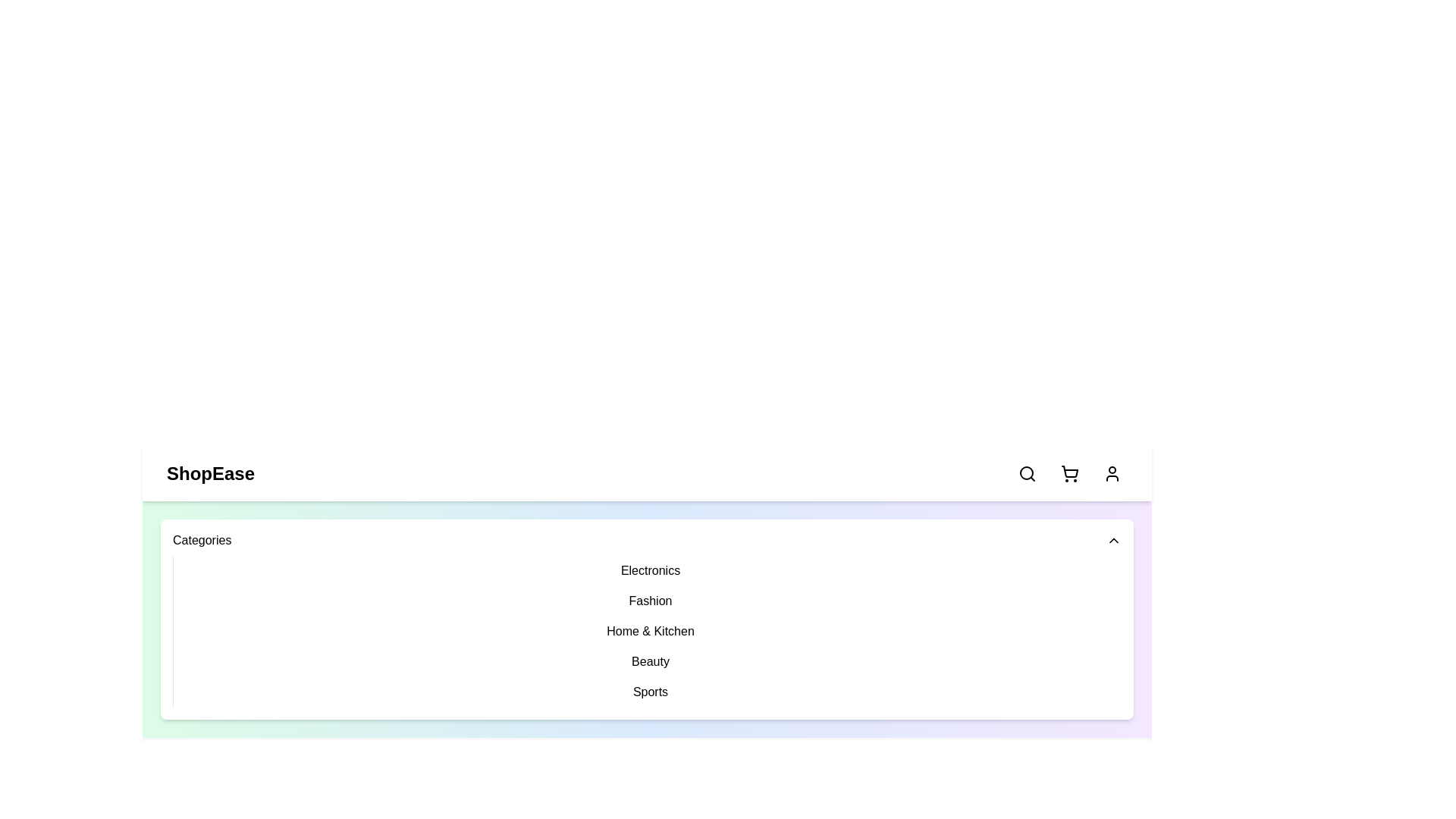 Image resolution: width=1456 pixels, height=819 pixels. What do you see at coordinates (1027, 472) in the screenshot?
I see `the search button, which is the first icon from the left` at bounding box center [1027, 472].